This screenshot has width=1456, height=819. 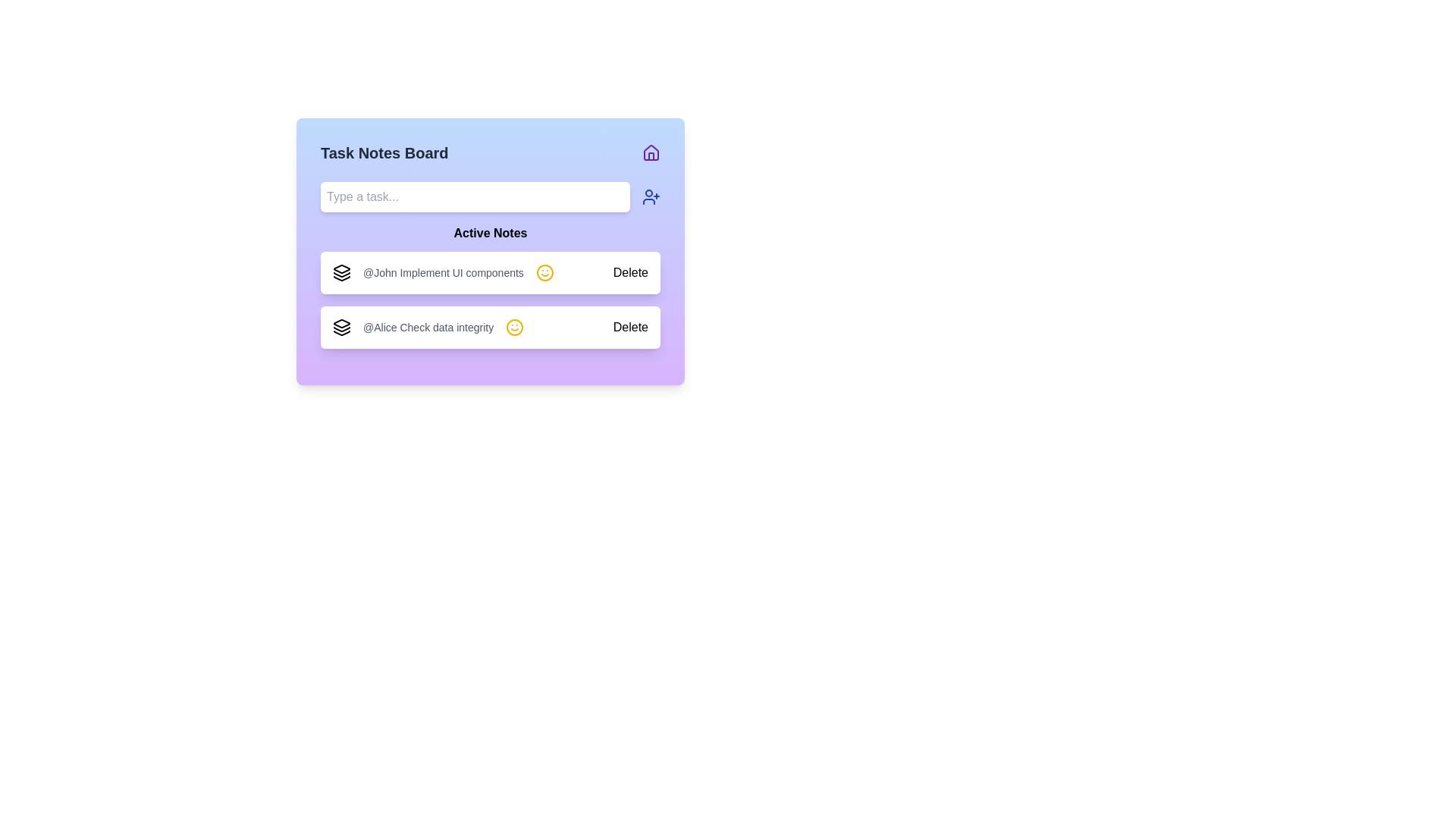 What do you see at coordinates (544, 271) in the screenshot?
I see `the Decorative icon, which is a circular yellow smiling face icon located to the right of the text block '@John Implement UI components' in the first task item of the task list` at bounding box center [544, 271].